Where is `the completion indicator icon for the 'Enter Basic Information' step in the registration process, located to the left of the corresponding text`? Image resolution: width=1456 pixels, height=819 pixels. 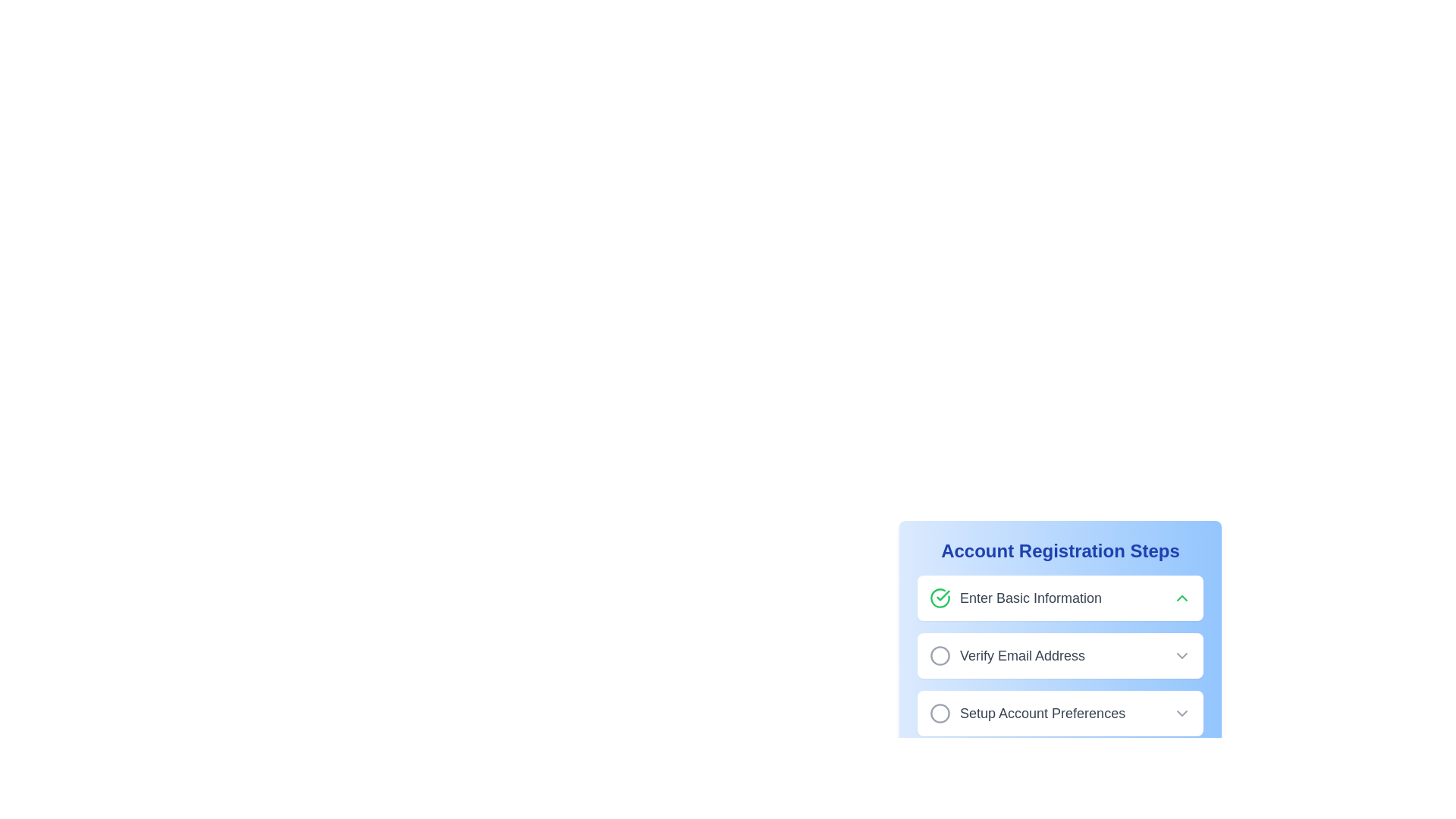
the completion indicator icon for the 'Enter Basic Information' step in the registration process, located to the left of the corresponding text is located at coordinates (939, 598).